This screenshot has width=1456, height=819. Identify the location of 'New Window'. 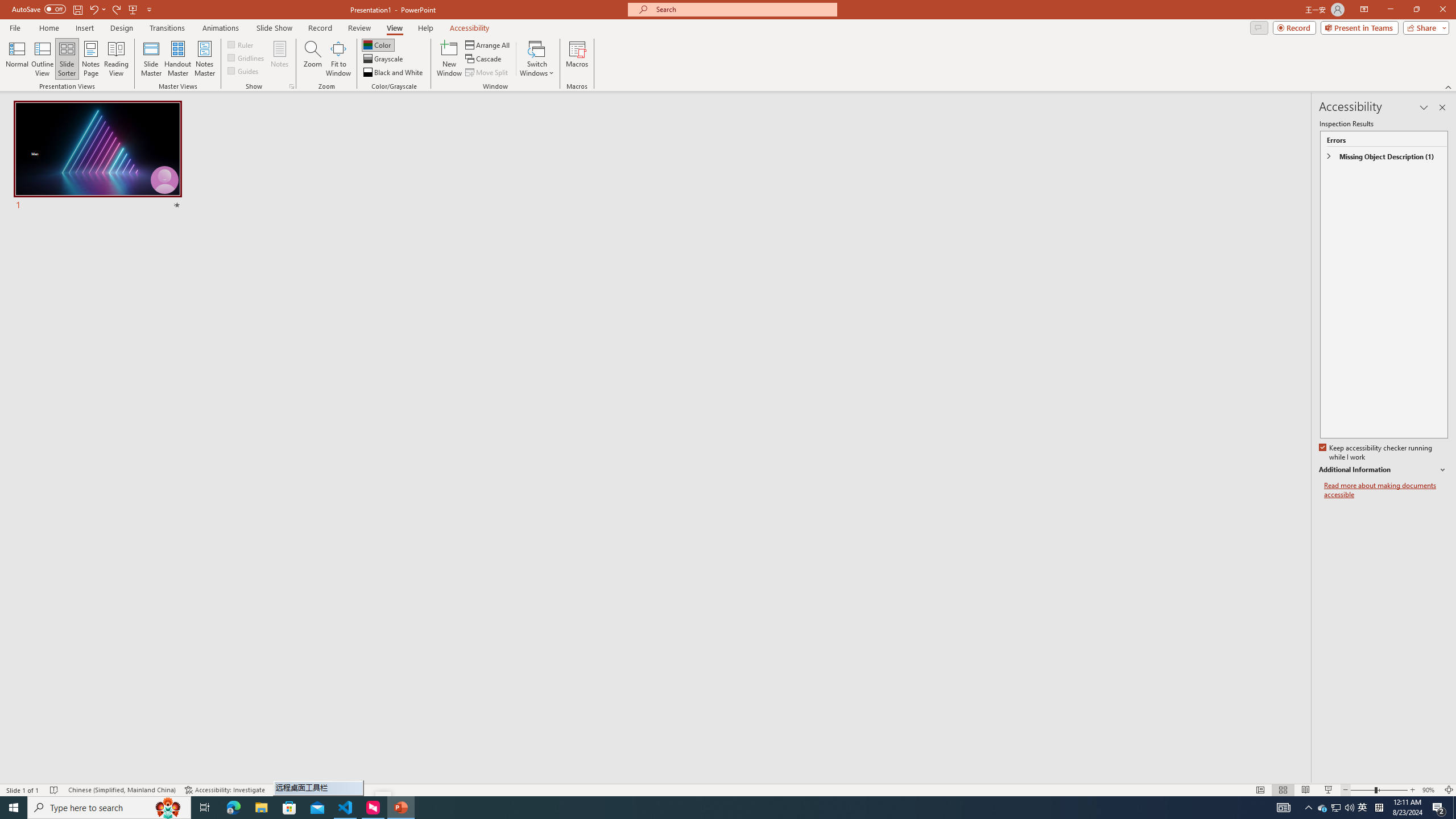
(448, 59).